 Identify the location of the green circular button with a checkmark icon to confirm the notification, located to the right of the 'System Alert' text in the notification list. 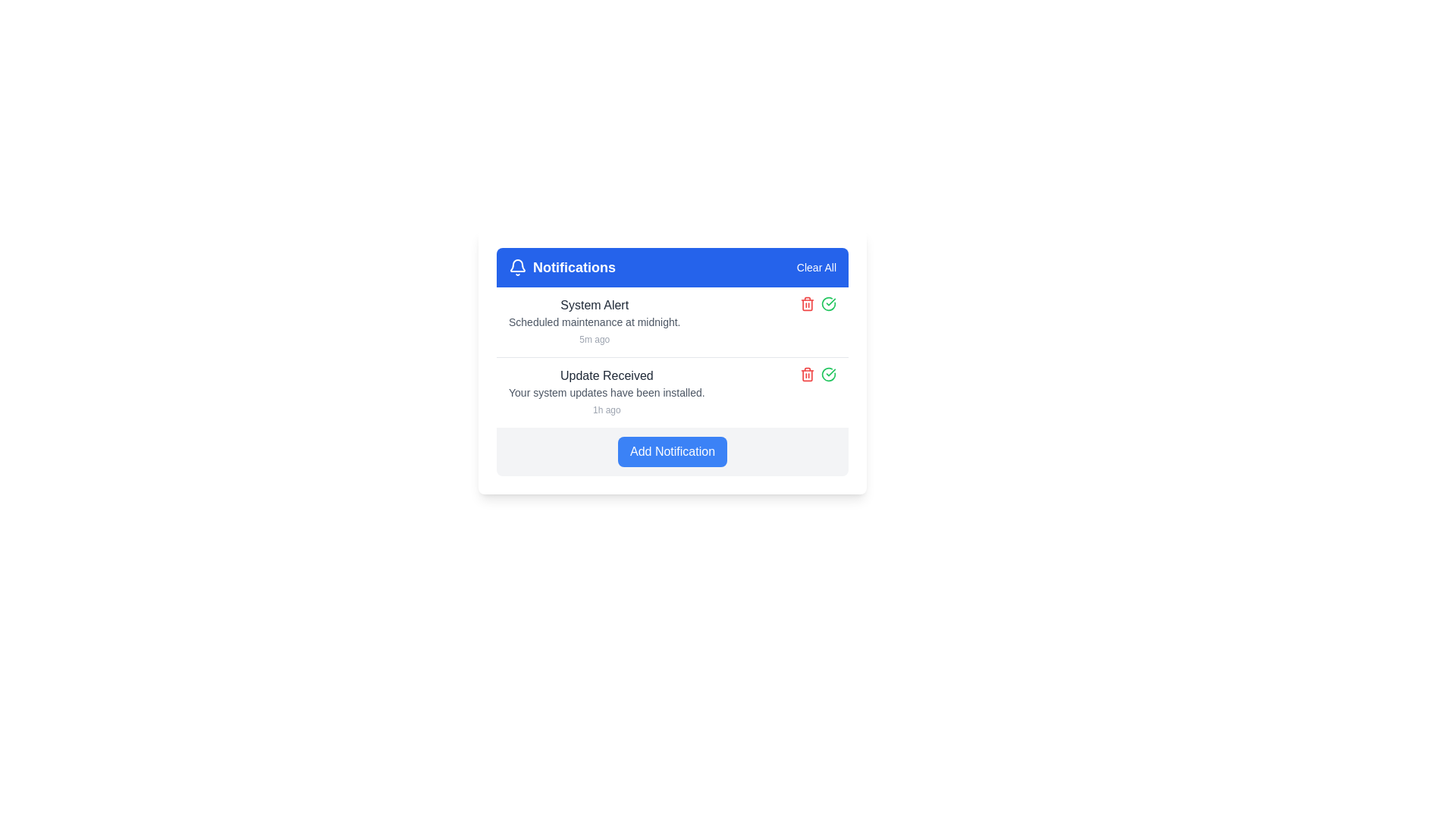
(828, 374).